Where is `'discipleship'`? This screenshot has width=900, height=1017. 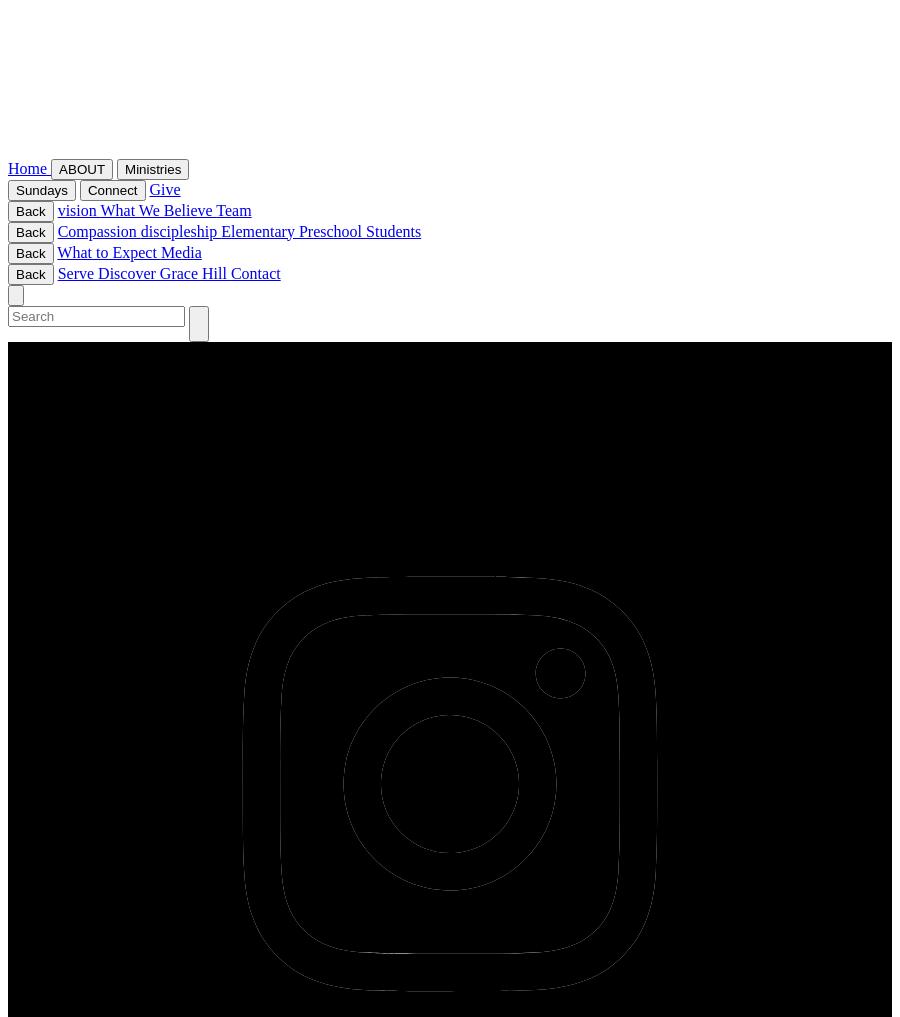
'discipleship' is located at coordinates (180, 229).